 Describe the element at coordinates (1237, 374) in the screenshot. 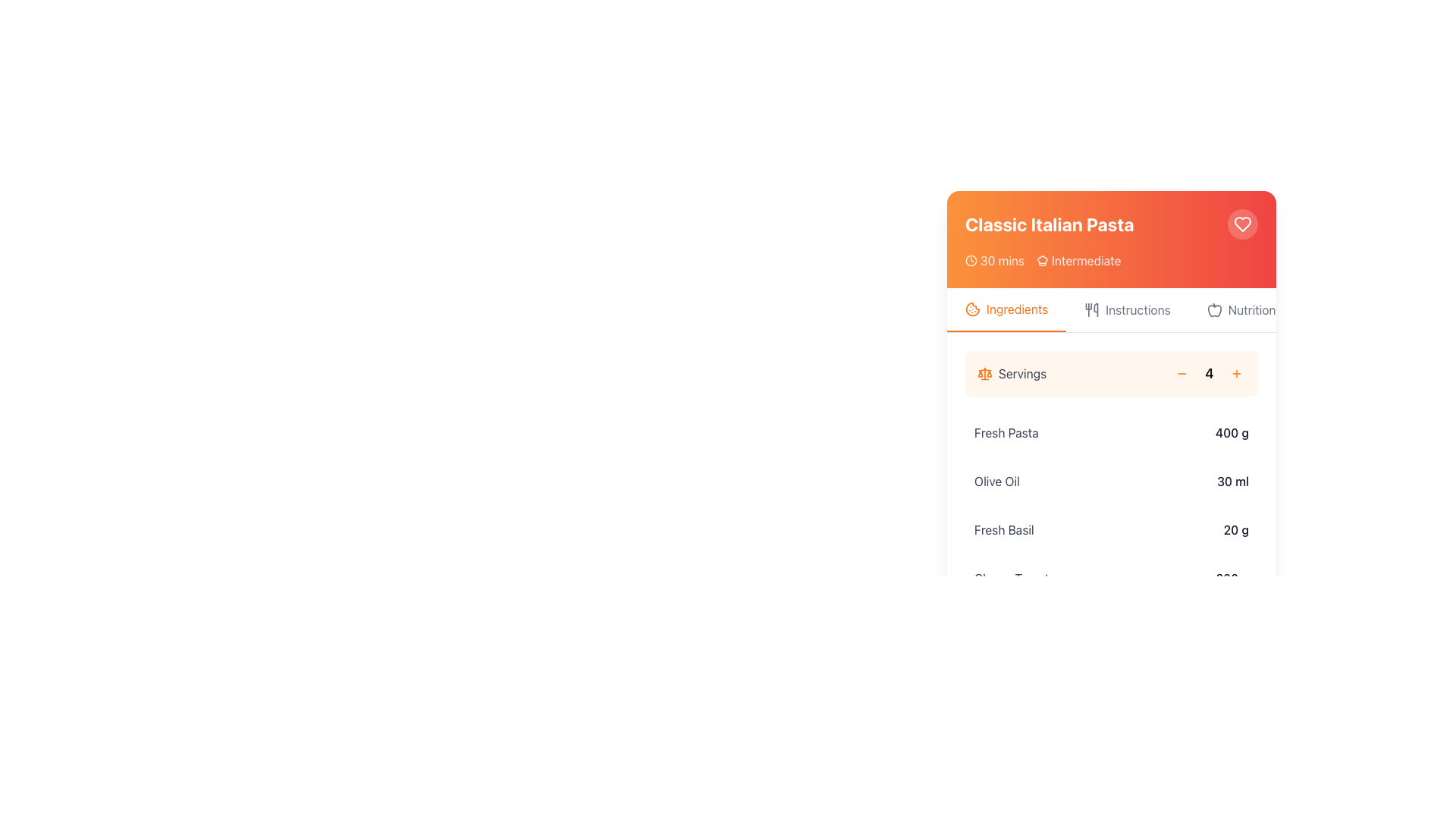

I see `the button used to increase the quantity of servings, located to the right of the numeric display '4' in the serving adjustment section` at that location.